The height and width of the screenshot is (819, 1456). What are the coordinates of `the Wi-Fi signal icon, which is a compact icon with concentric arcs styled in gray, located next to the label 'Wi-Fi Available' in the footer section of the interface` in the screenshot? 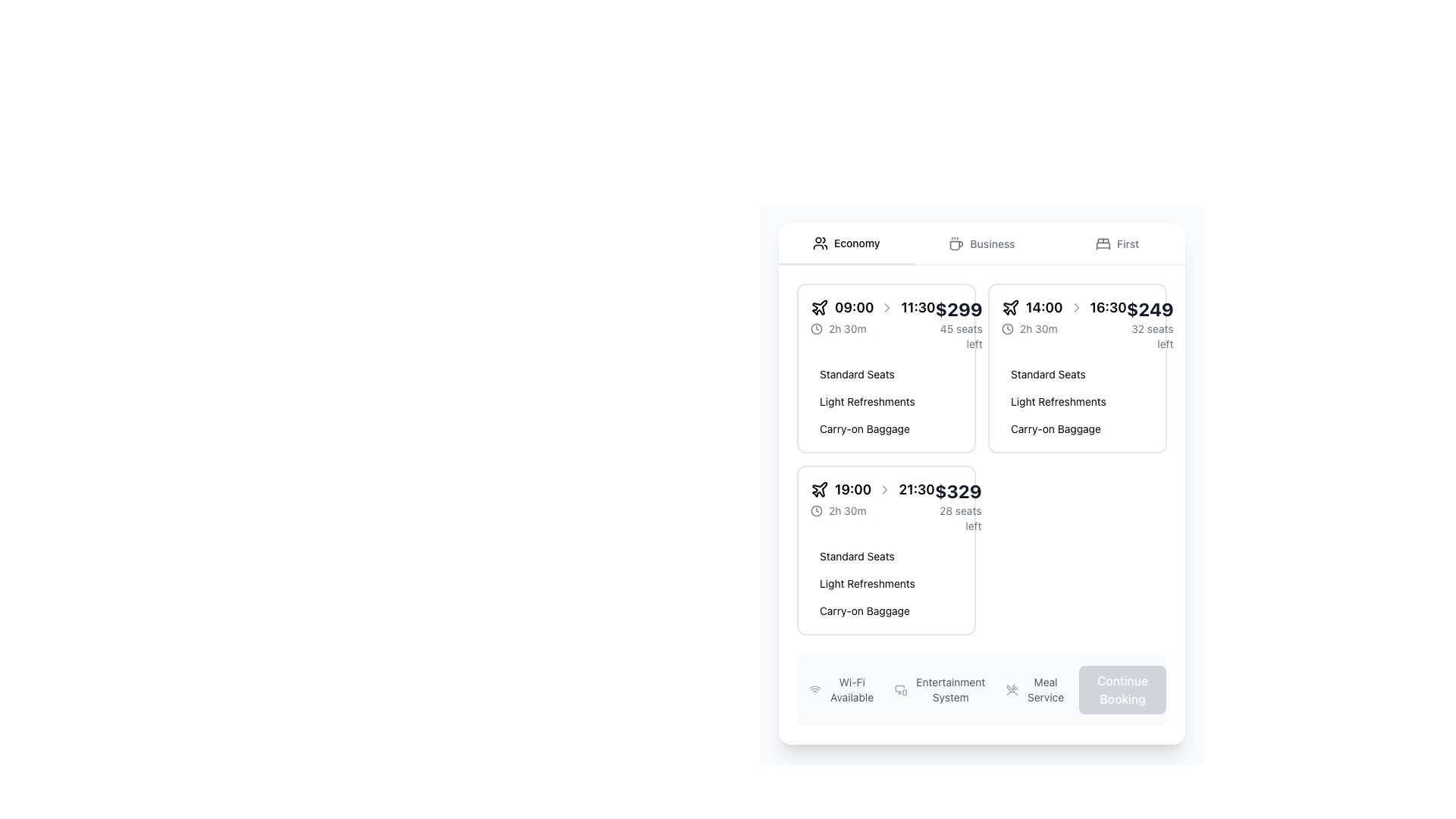 It's located at (814, 690).